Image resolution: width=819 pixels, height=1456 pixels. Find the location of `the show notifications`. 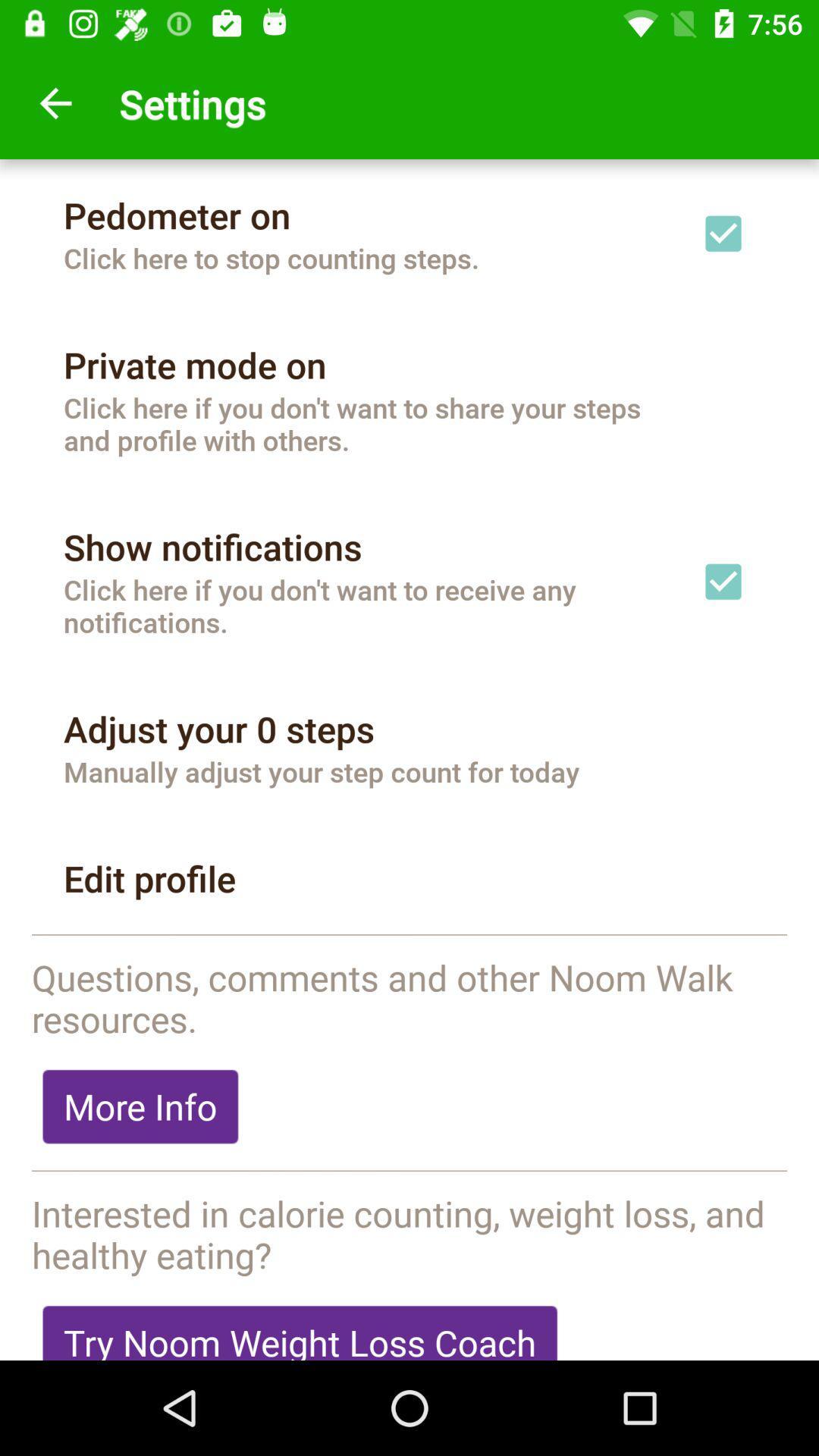

the show notifications is located at coordinates (212, 546).